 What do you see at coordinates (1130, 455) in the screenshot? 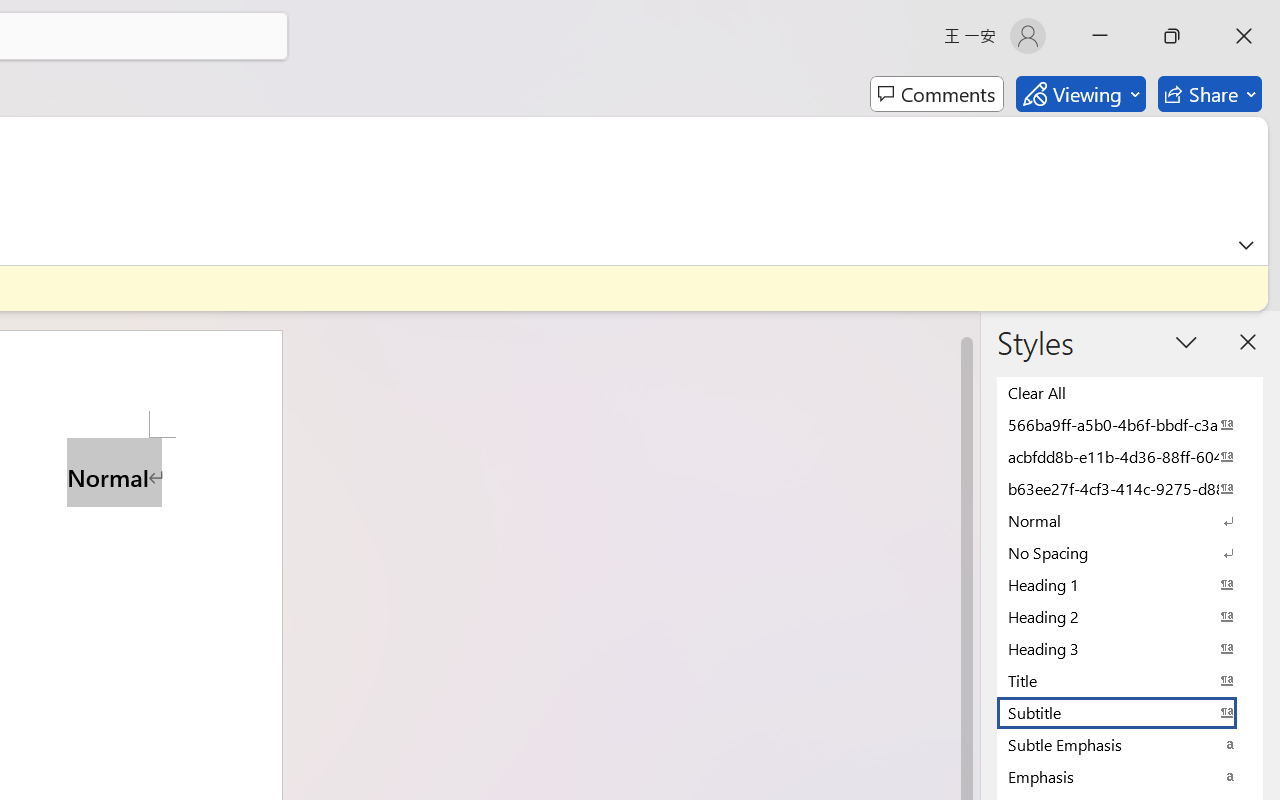
I see `'acbfdd8b-e11b-4d36-88ff-6049b138f862'` at bounding box center [1130, 455].